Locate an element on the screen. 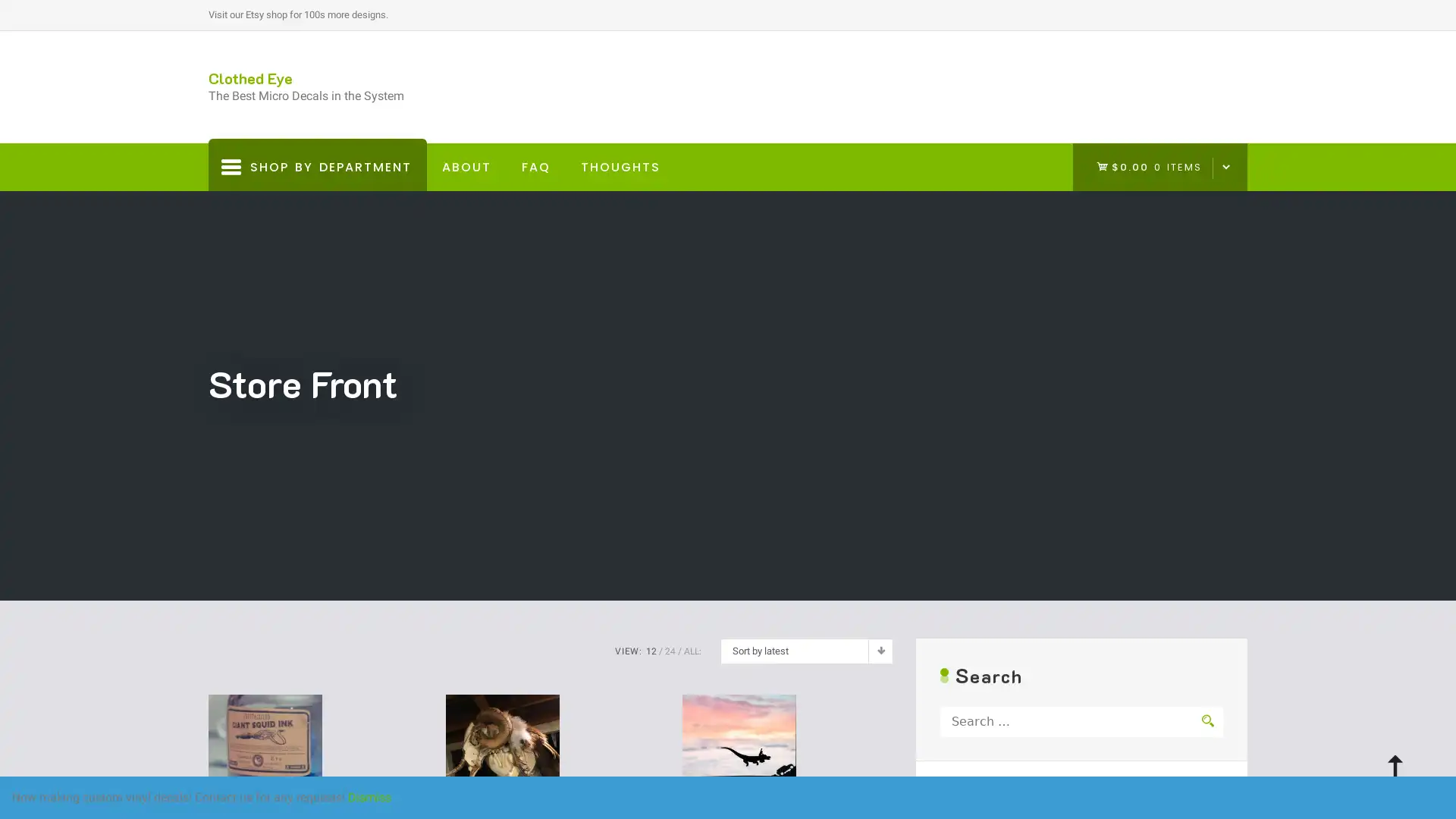 This screenshot has height=819, width=1456. Search is located at coordinates (1207, 720).